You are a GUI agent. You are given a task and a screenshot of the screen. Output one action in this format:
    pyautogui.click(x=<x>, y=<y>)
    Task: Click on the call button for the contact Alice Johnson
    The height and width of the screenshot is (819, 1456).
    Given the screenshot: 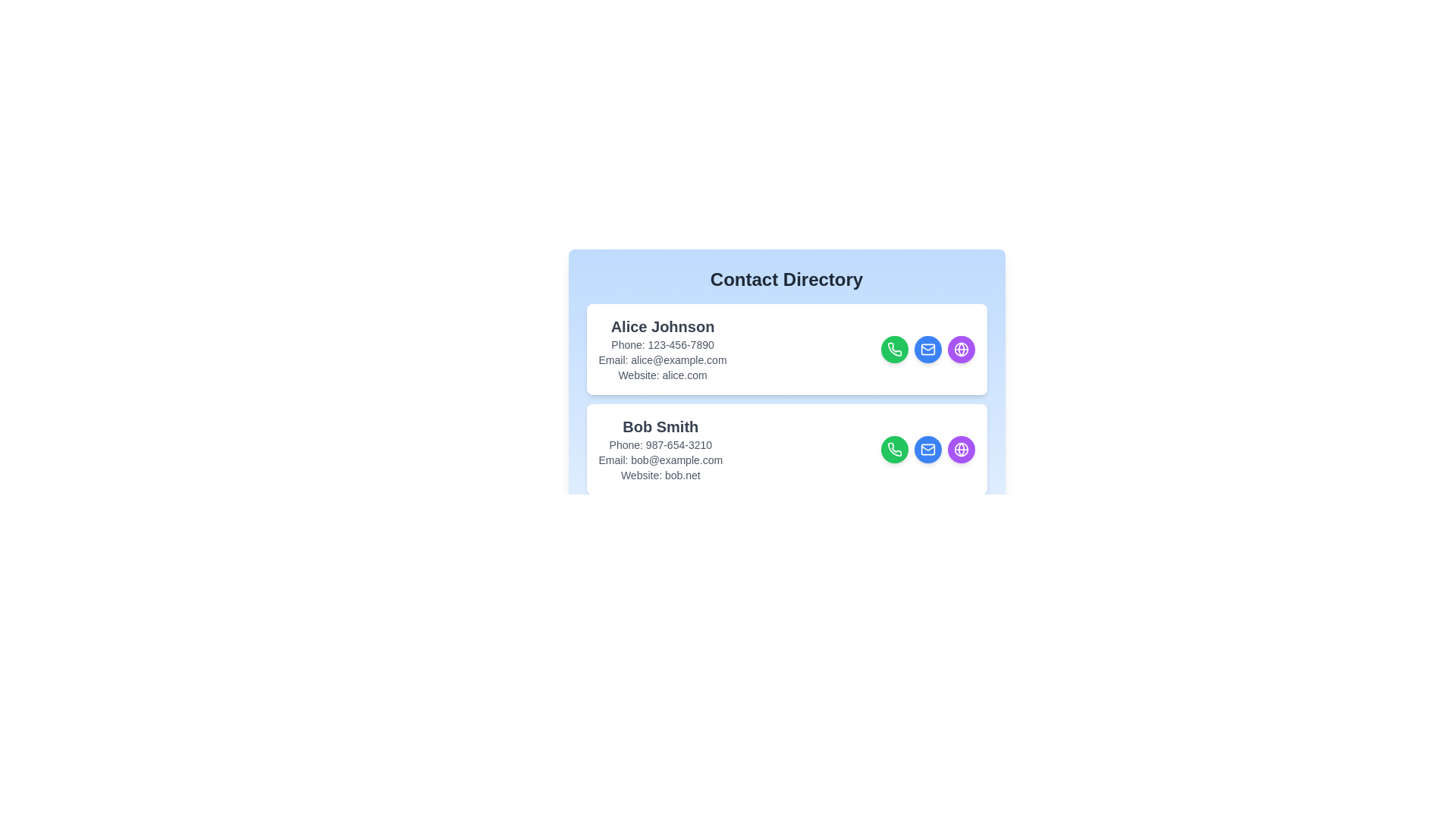 What is the action you would take?
    pyautogui.click(x=894, y=350)
    